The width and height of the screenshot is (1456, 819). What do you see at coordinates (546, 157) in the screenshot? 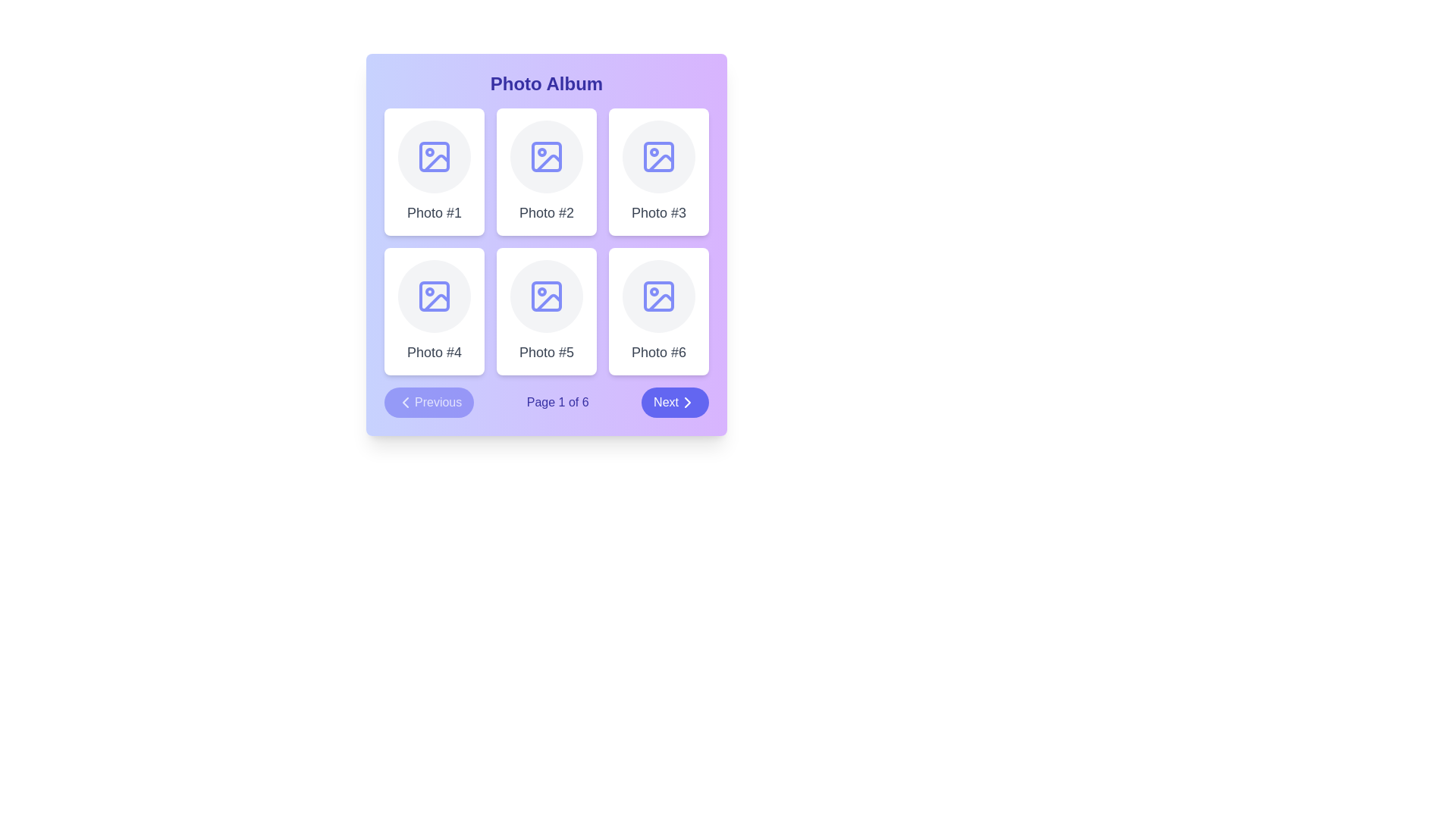
I see `the image placeholder labeled 'Photo #2' located at the top-center of the grid in the second column of the first row` at bounding box center [546, 157].